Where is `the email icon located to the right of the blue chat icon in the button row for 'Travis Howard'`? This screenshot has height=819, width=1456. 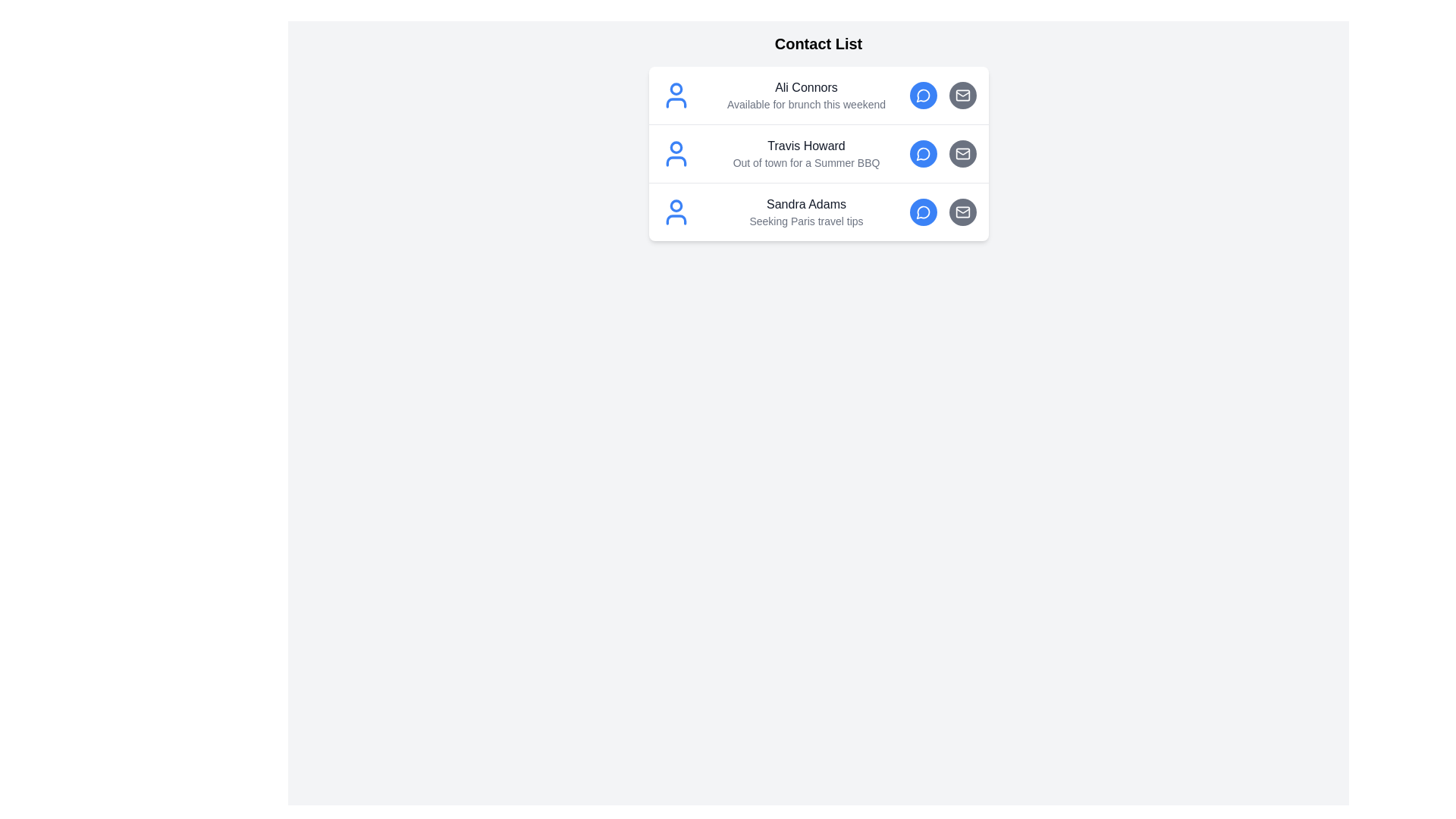
the email icon located to the right of the blue chat icon in the button row for 'Travis Howard' is located at coordinates (962, 154).